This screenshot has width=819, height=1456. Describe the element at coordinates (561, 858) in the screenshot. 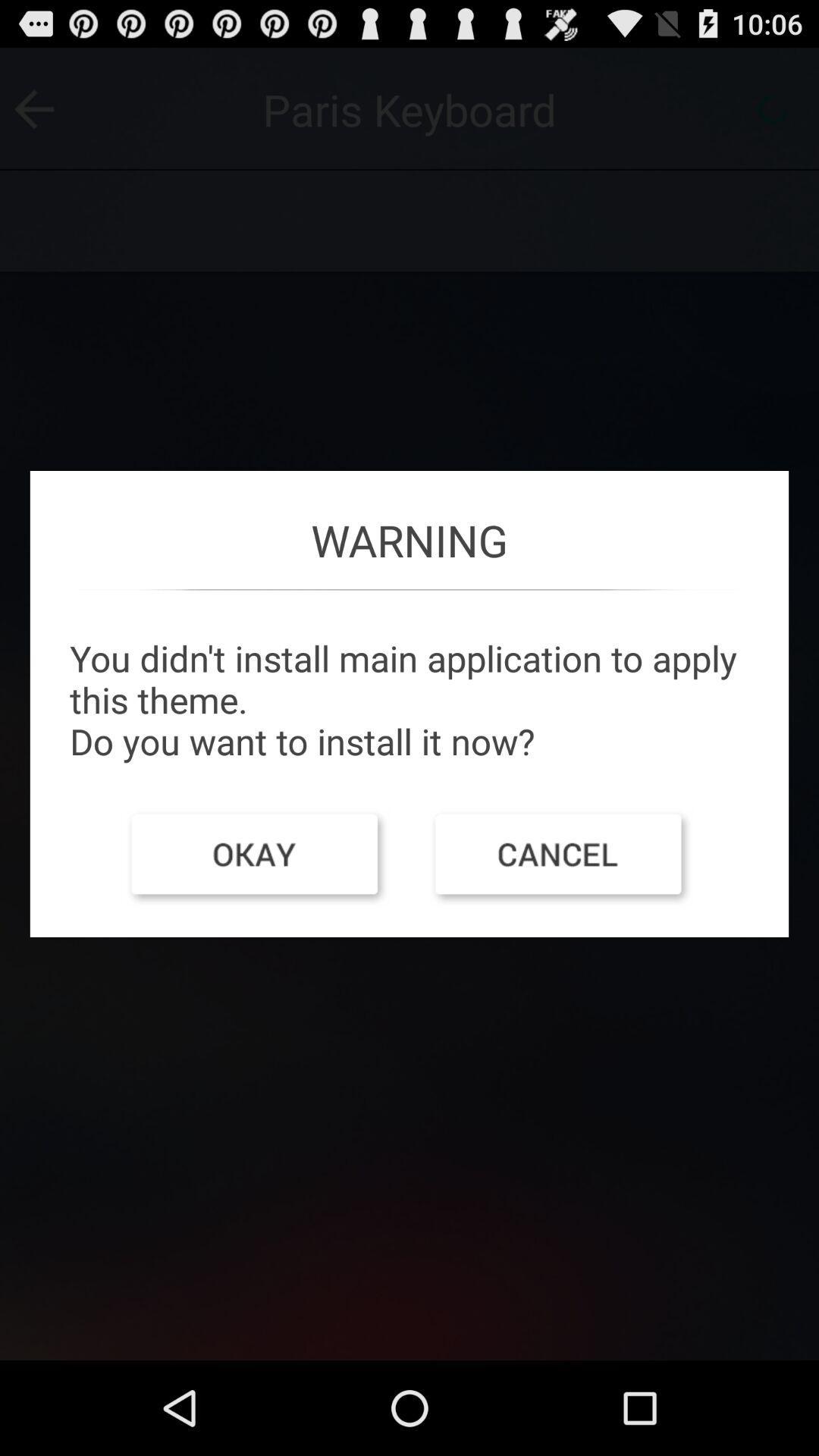

I see `the app below the you didn t item` at that location.